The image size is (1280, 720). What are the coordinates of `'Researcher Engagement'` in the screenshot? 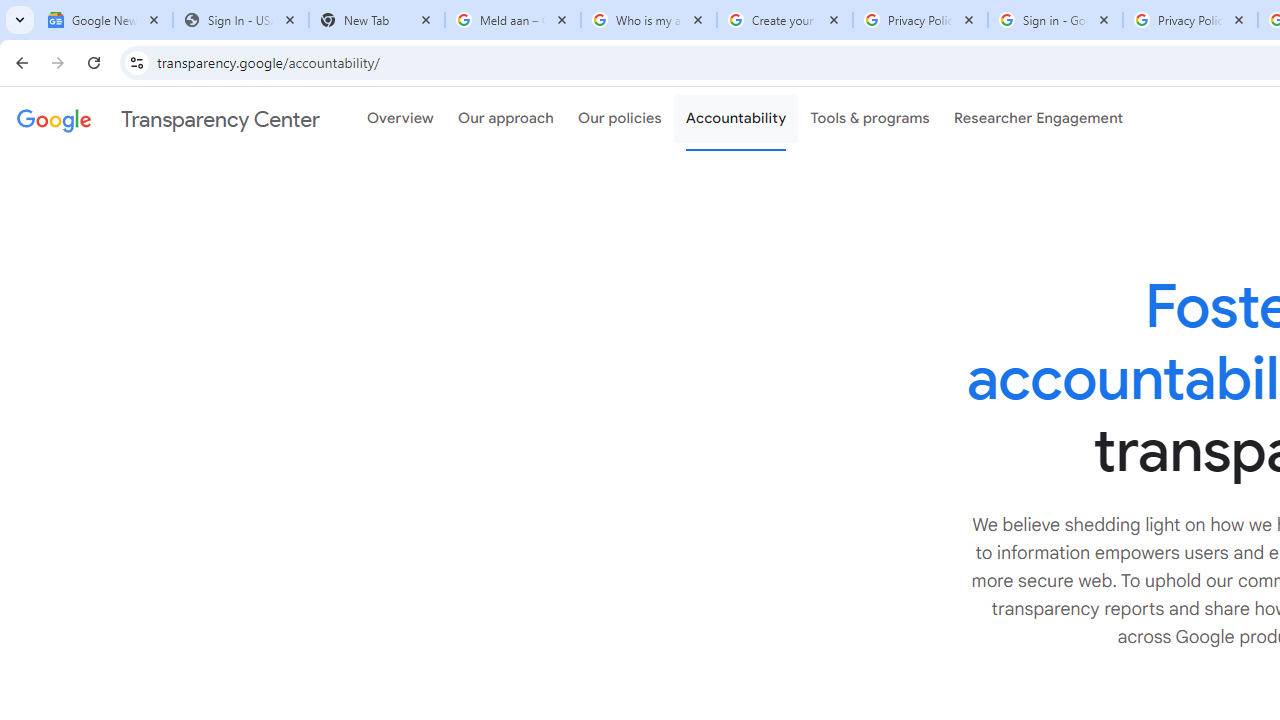 It's located at (1038, 119).